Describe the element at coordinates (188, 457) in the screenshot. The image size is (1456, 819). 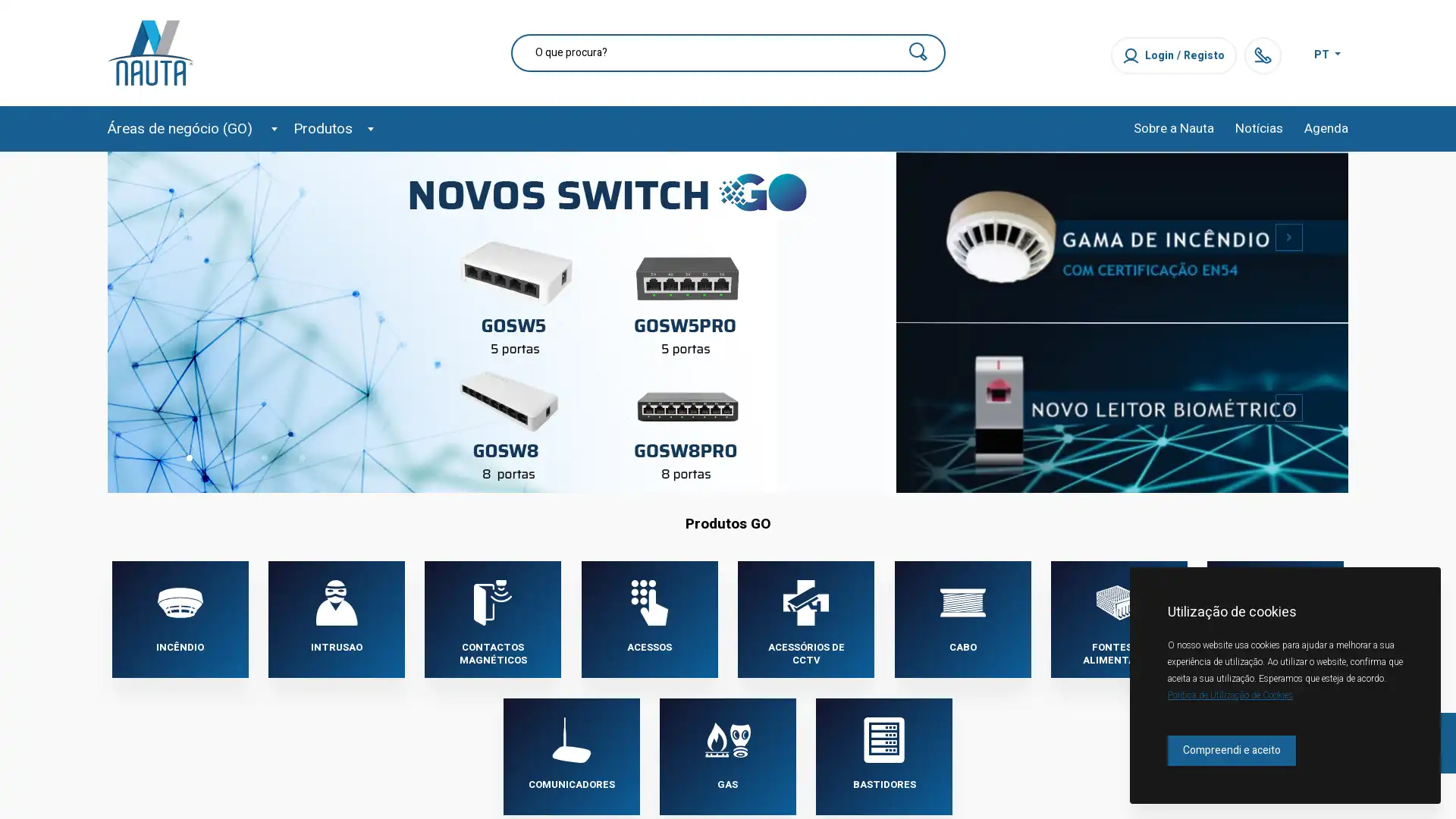
I see `Go to slide 1` at that location.